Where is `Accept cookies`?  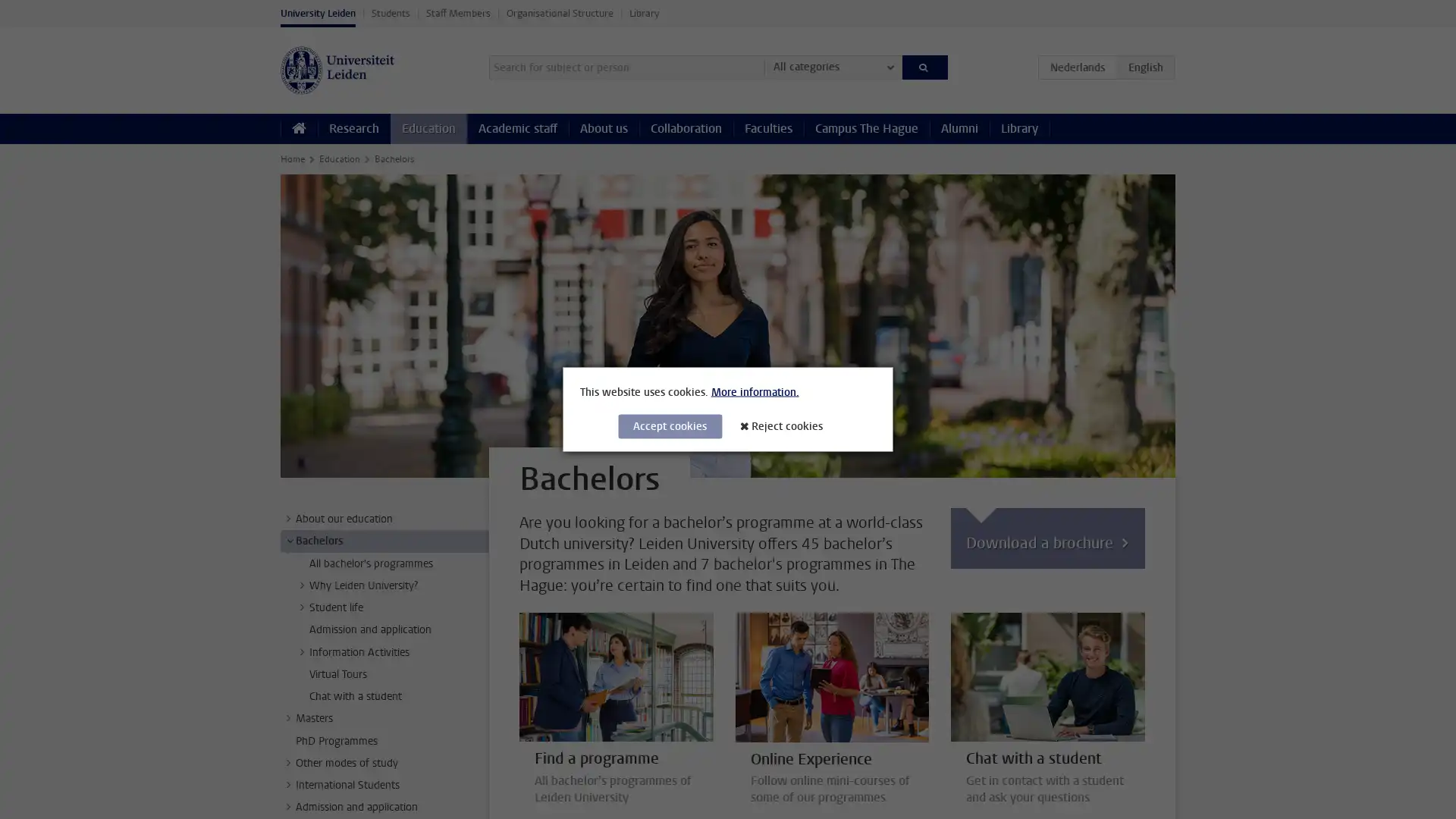 Accept cookies is located at coordinates (669, 426).